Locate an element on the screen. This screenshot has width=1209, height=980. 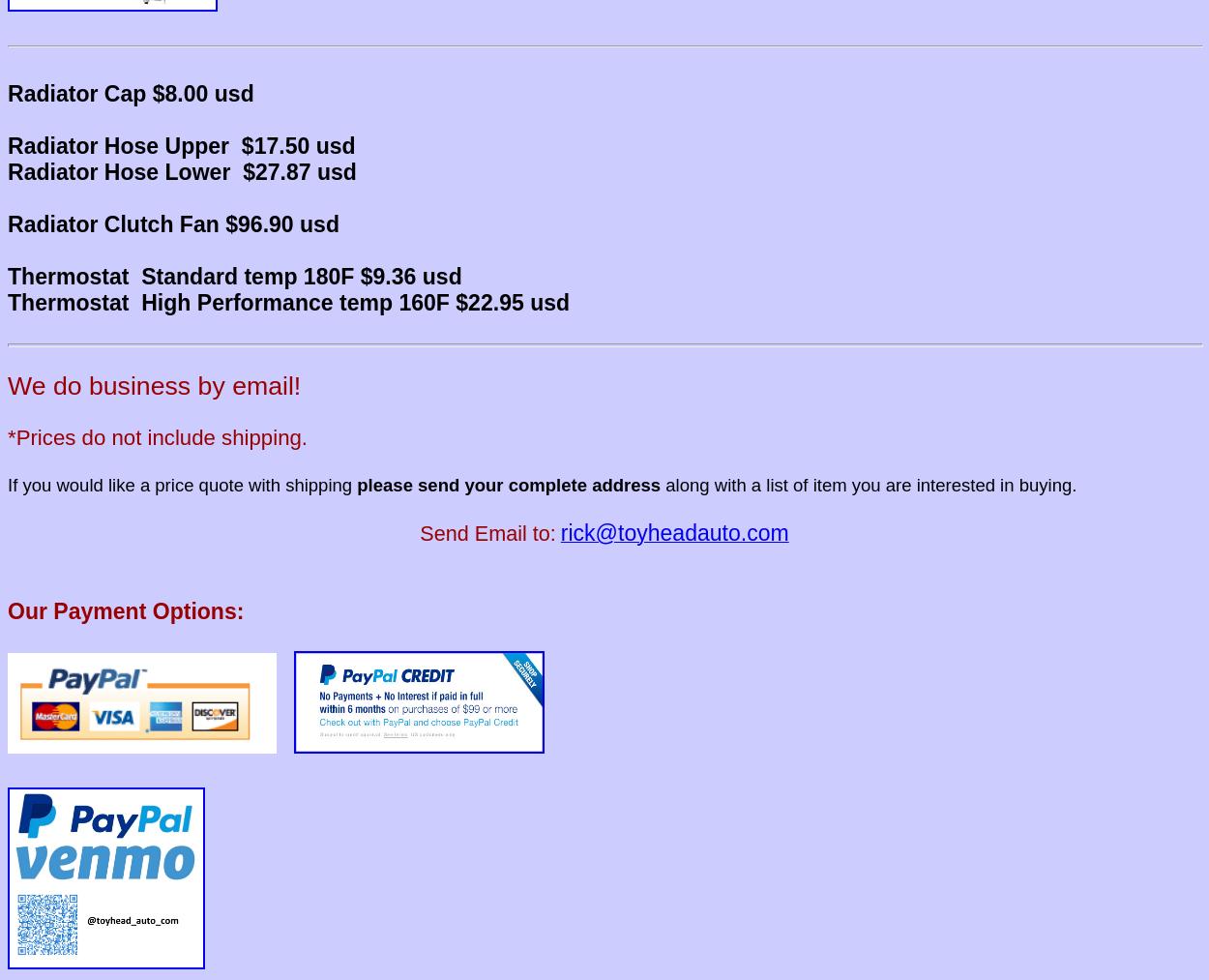
'*Prices









                      do not include shipping.' is located at coordinates (157, 435).